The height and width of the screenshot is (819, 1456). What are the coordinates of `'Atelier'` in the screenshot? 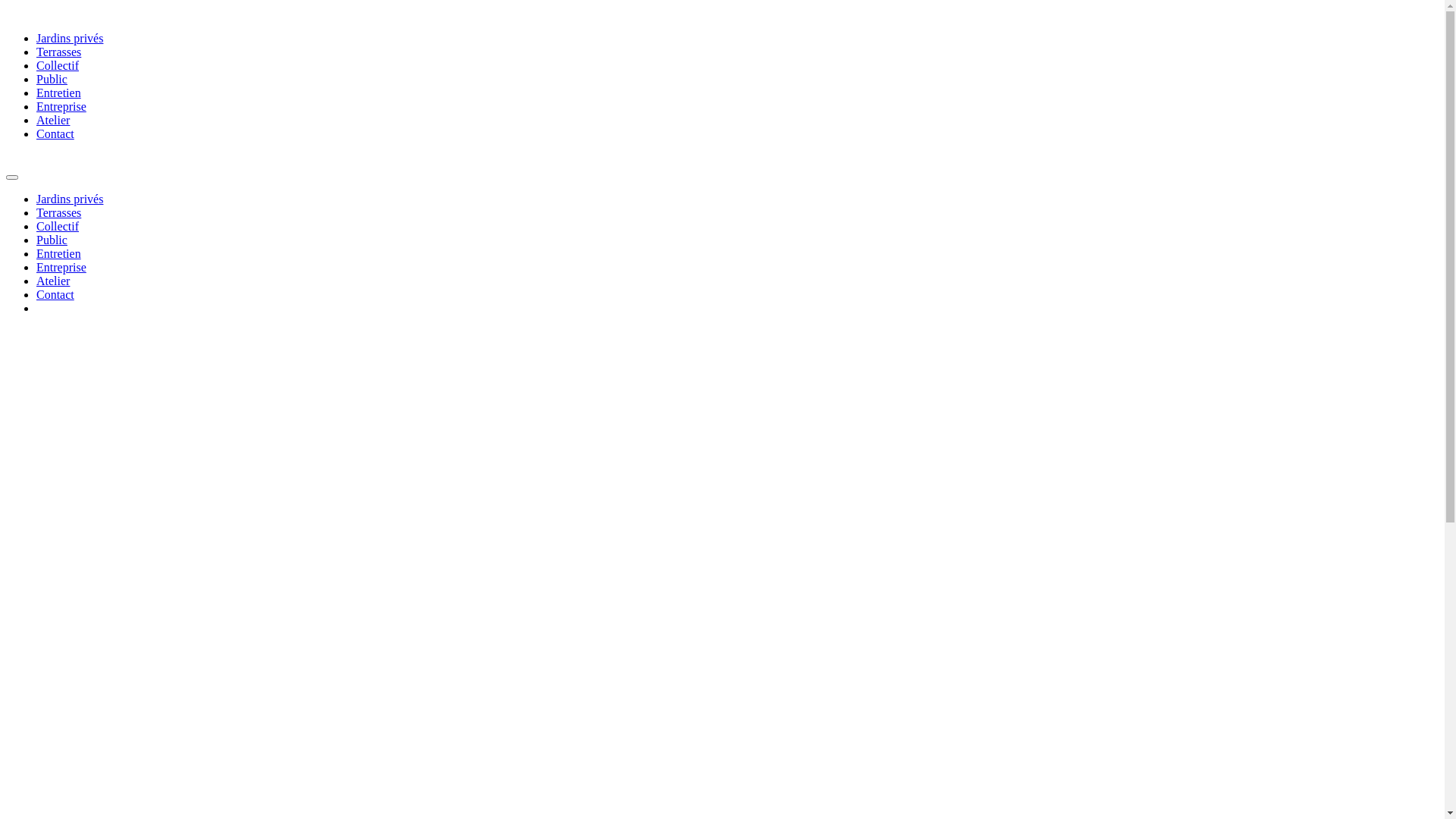 It's located at (53, 119).